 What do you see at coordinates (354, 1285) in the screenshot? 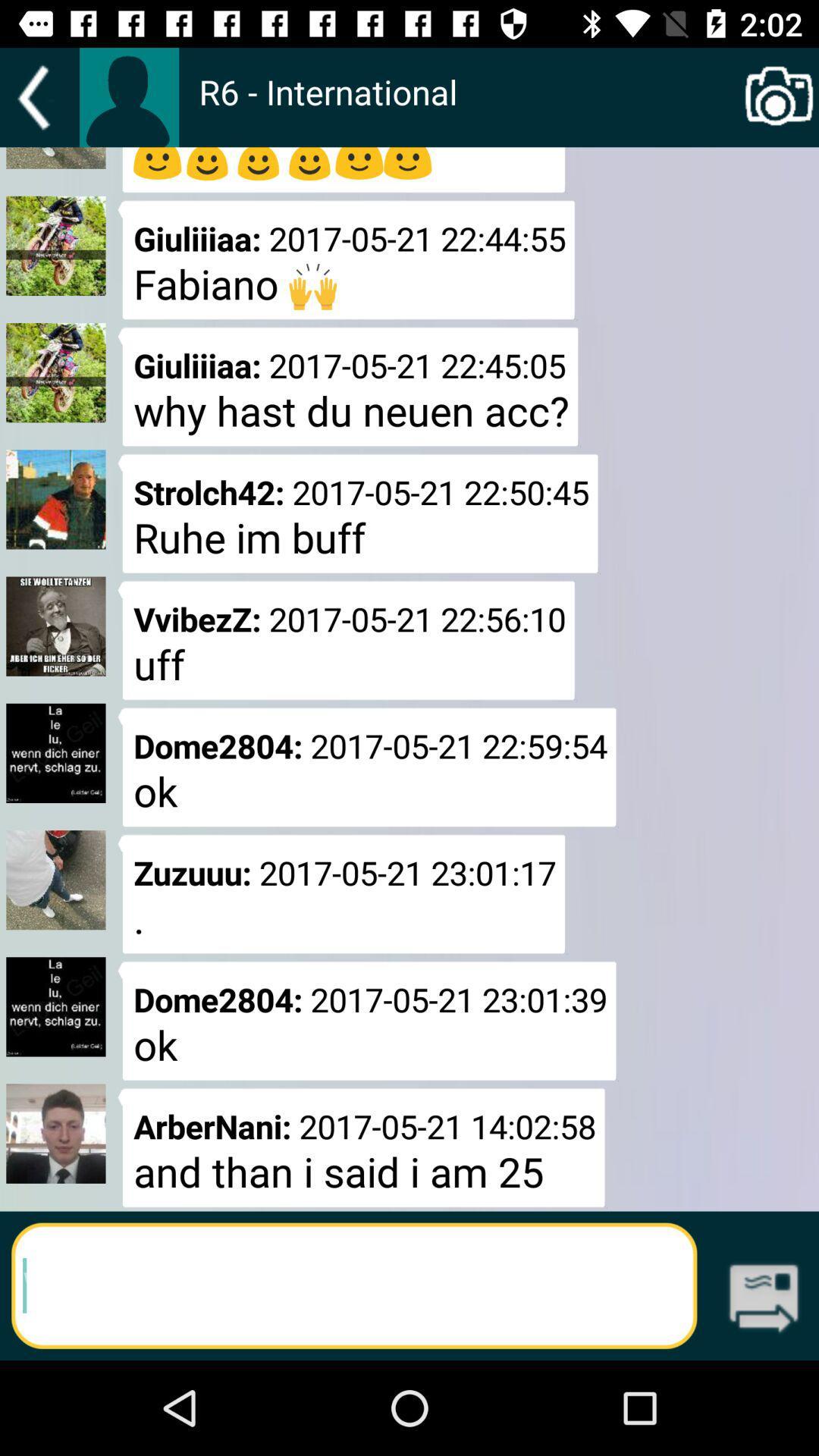
I see `the comment field` at bounding box center [354, 1285].